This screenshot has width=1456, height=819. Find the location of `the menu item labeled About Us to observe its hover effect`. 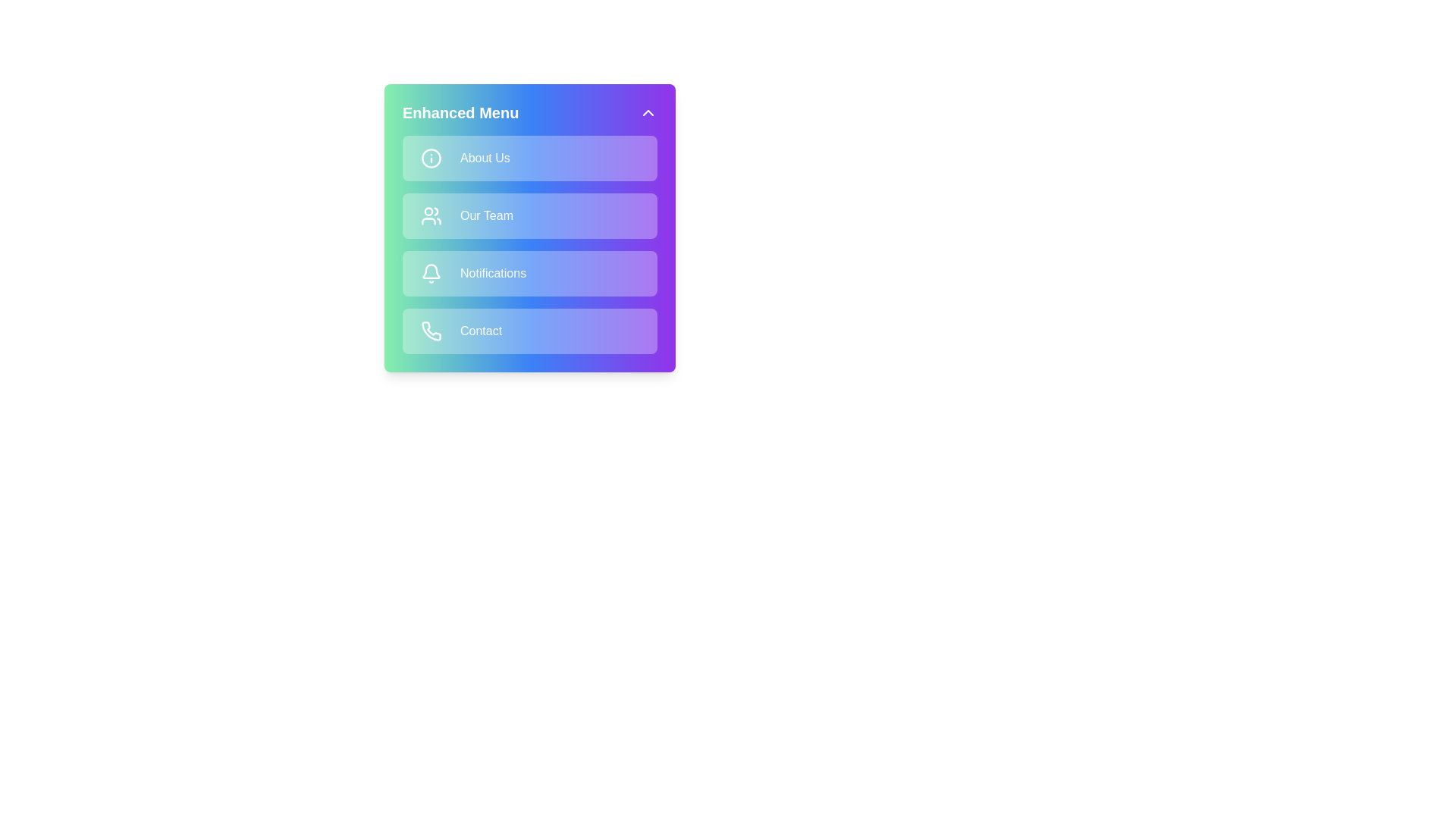

the menu item labeled About Us to observe its hover effect is located at coordinates (530, 158).